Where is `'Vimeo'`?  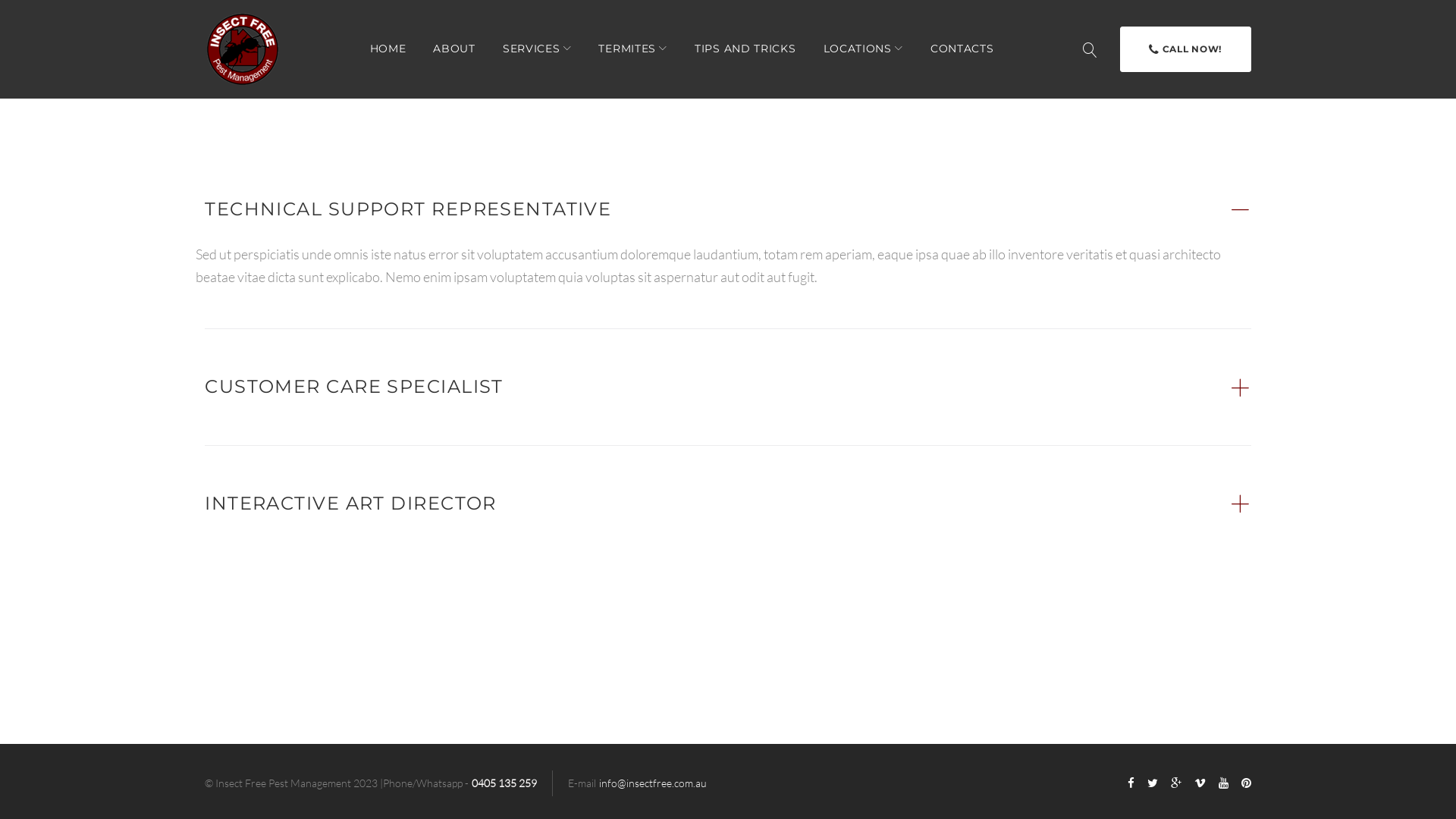 'Vimeo' is located at coordinates (1199, 783).